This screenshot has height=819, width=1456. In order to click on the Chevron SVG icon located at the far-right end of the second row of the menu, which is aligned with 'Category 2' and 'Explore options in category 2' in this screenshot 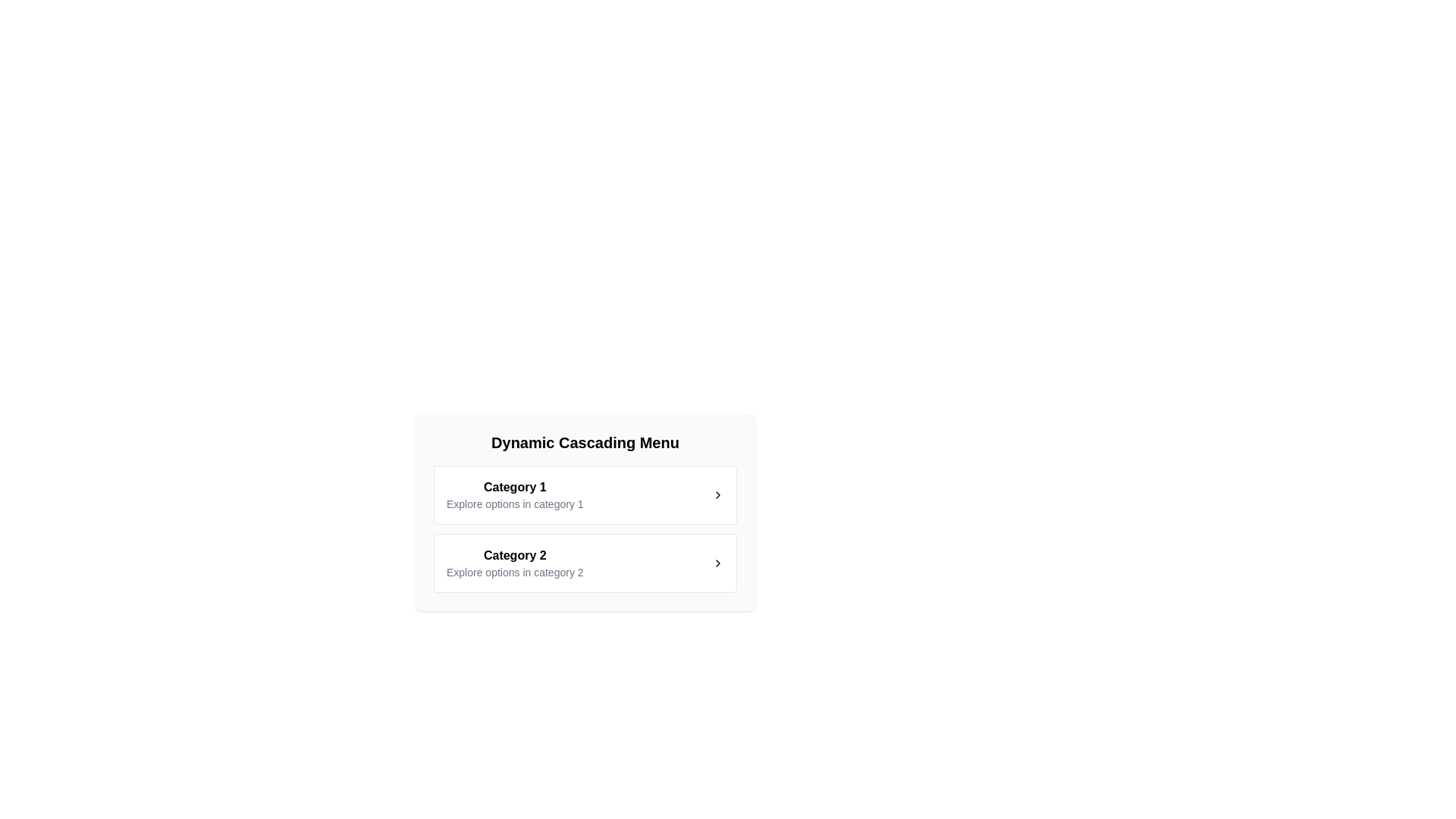, I will do `click(717, 563)`.